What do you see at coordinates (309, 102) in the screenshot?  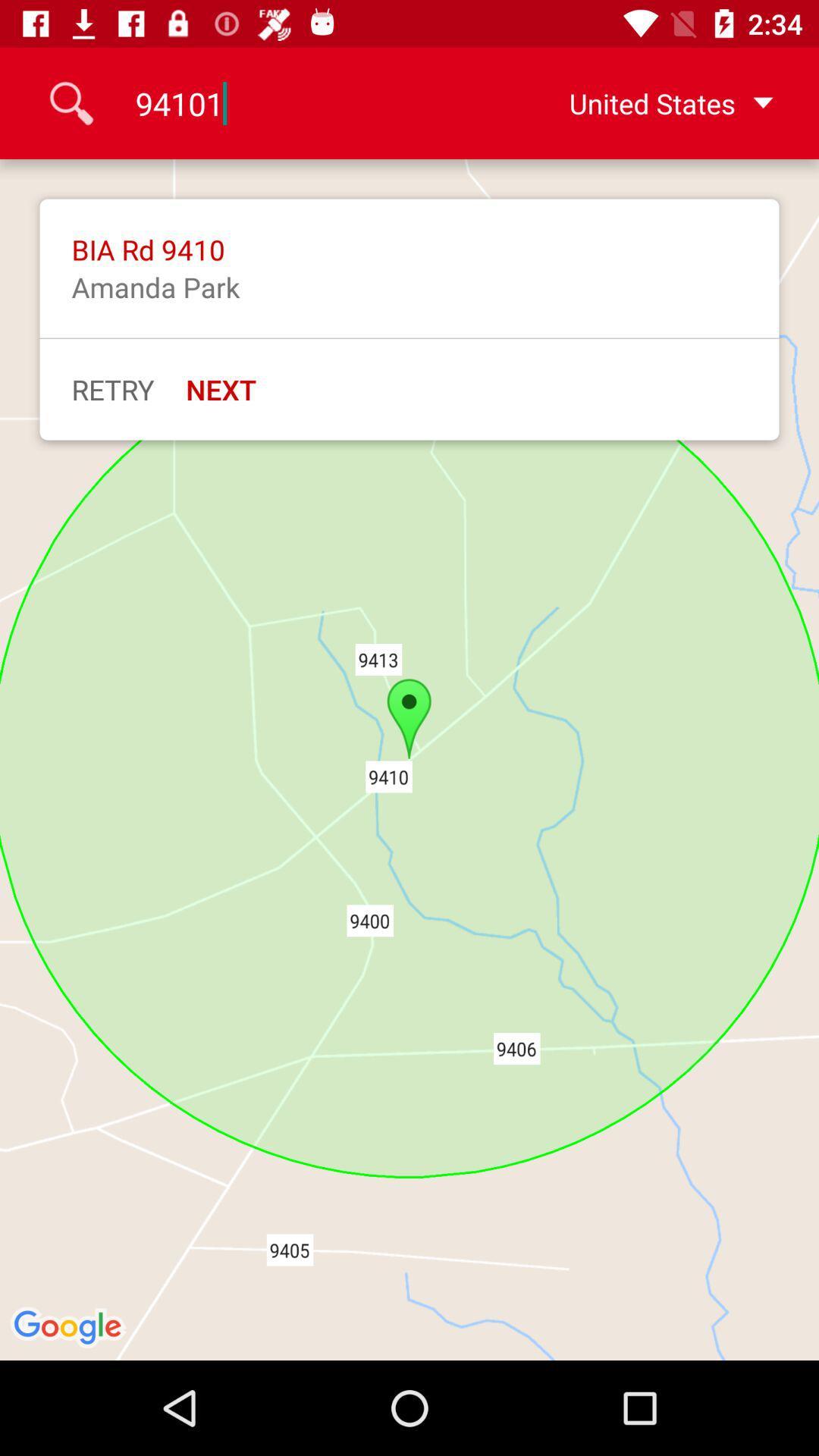 I see `item next to united states` at bounding box center [309, 102].